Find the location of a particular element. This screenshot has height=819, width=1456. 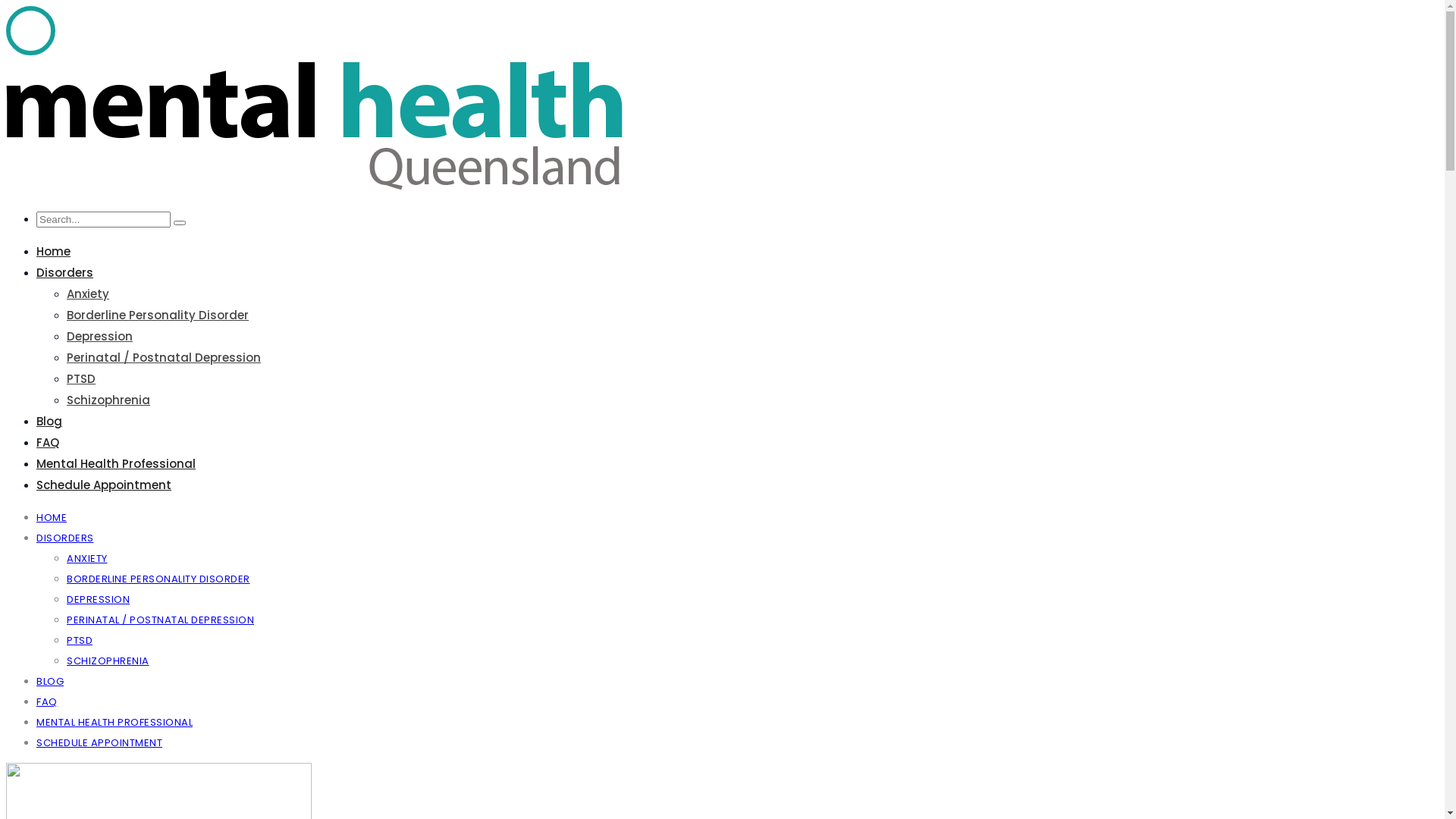

'DEPRESSION' is located at coordinates (65, 598).